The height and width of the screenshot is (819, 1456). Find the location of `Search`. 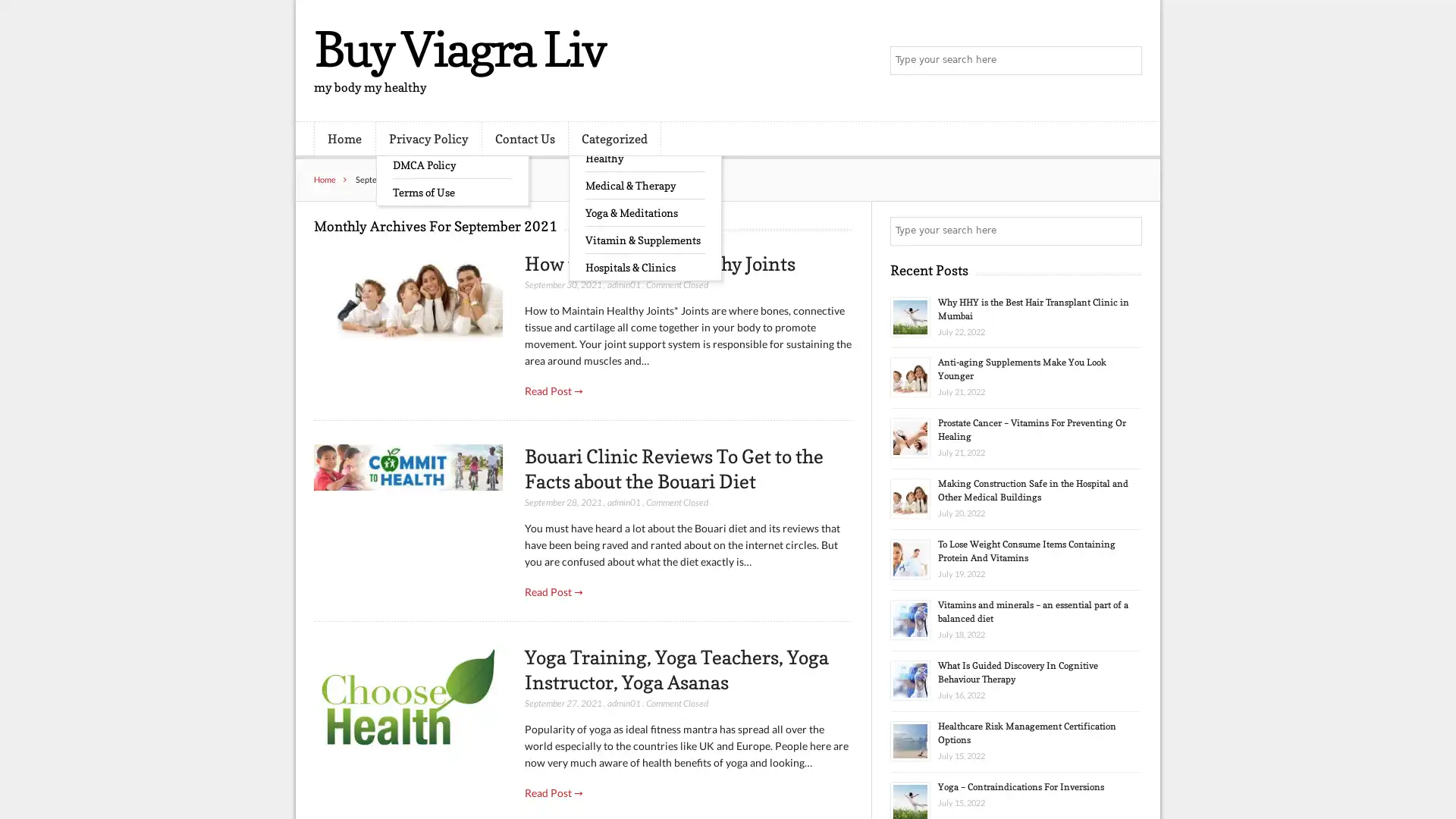

Search is located at coordinates (1126, 231).